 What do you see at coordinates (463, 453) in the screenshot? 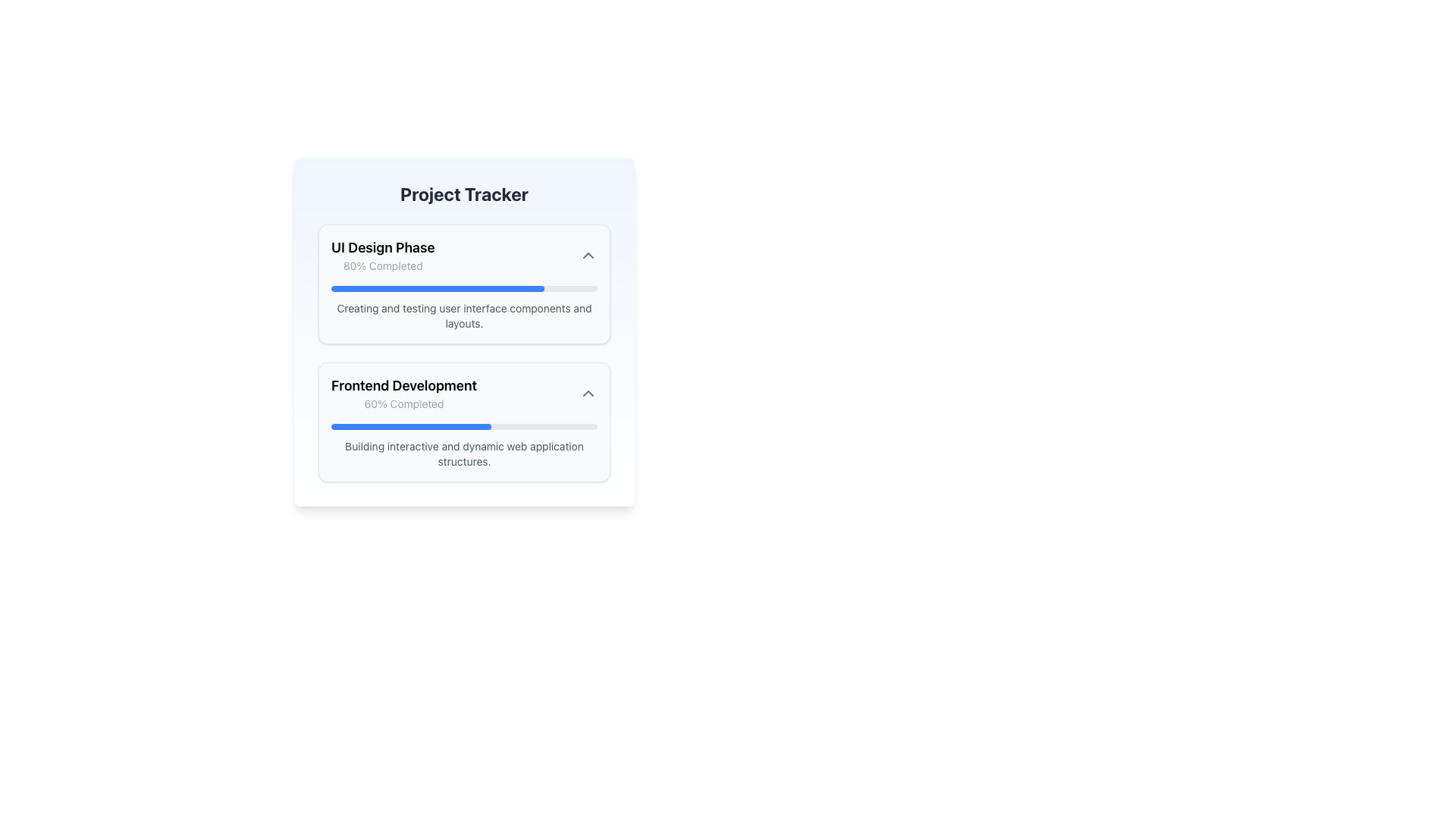
I see `descriptive text label located below the progress bar in the 'Frontend Development' section, which provides context about the tasks involved in this phase` at bounding box center [463, 453].